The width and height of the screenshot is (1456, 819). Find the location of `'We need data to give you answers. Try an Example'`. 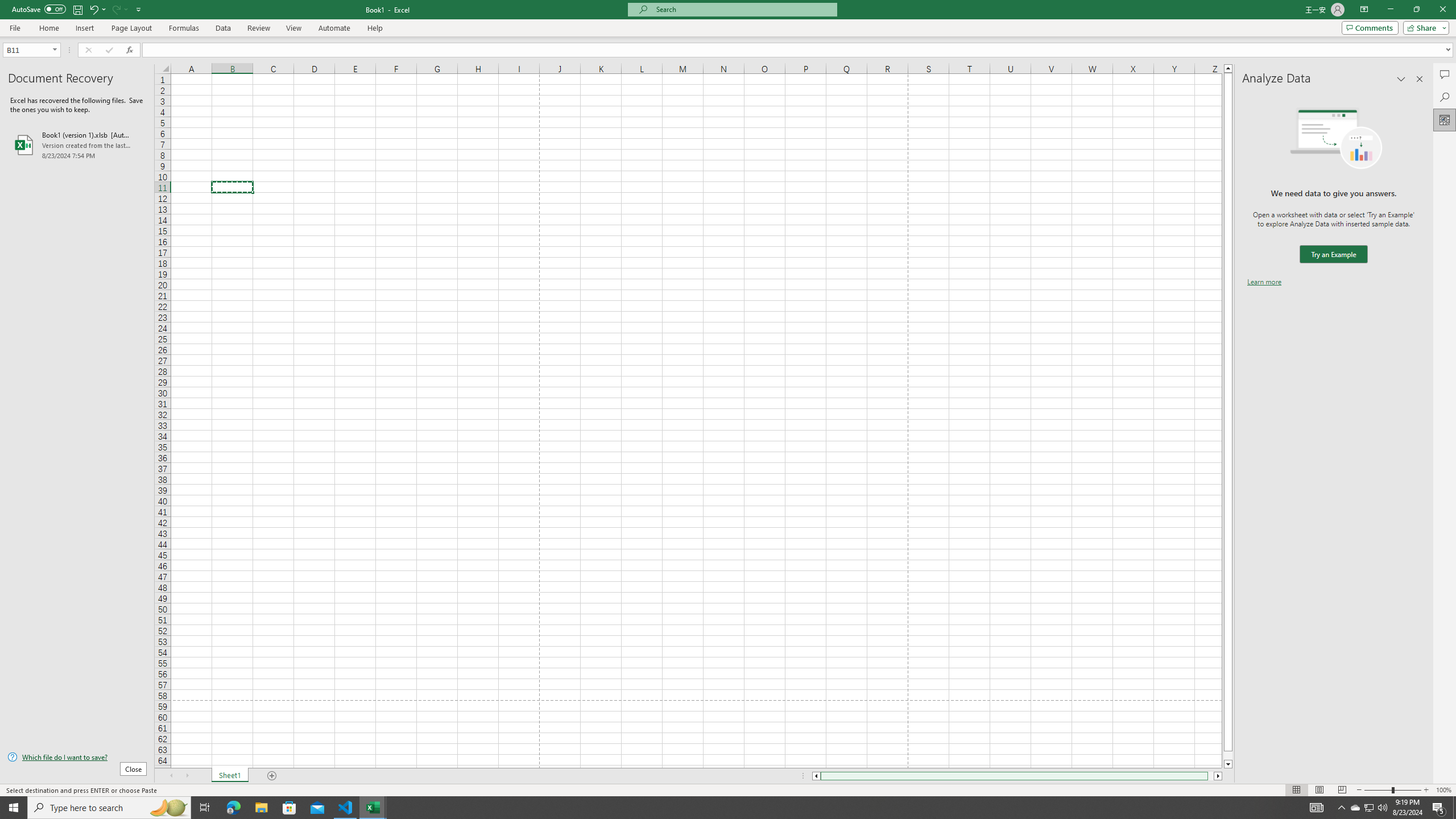

'We need data to give you answers. Try an Example' is located at coordinates (1333, 254).